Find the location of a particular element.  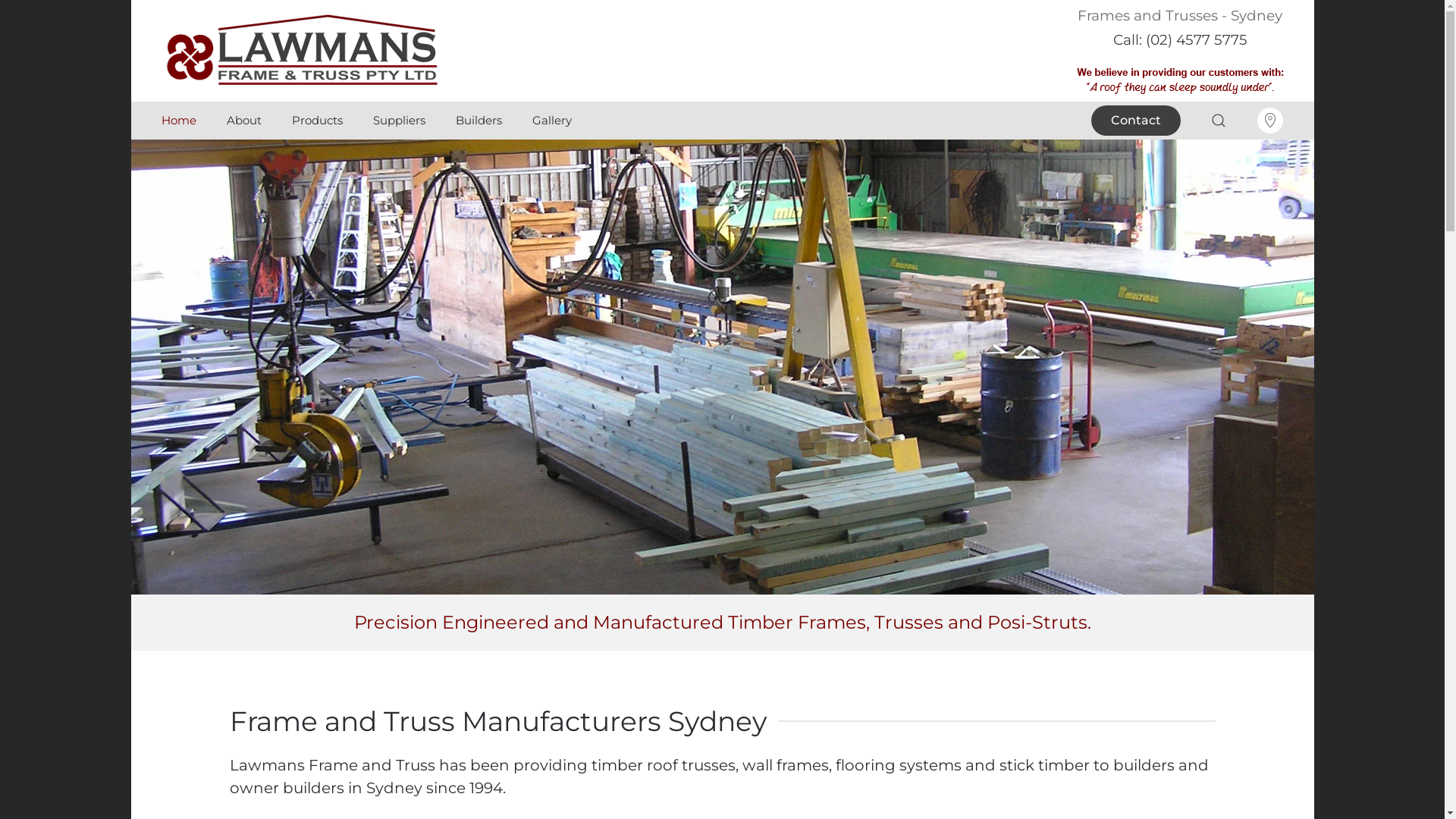

'Suppliers' is located at coordinates (399, 119).